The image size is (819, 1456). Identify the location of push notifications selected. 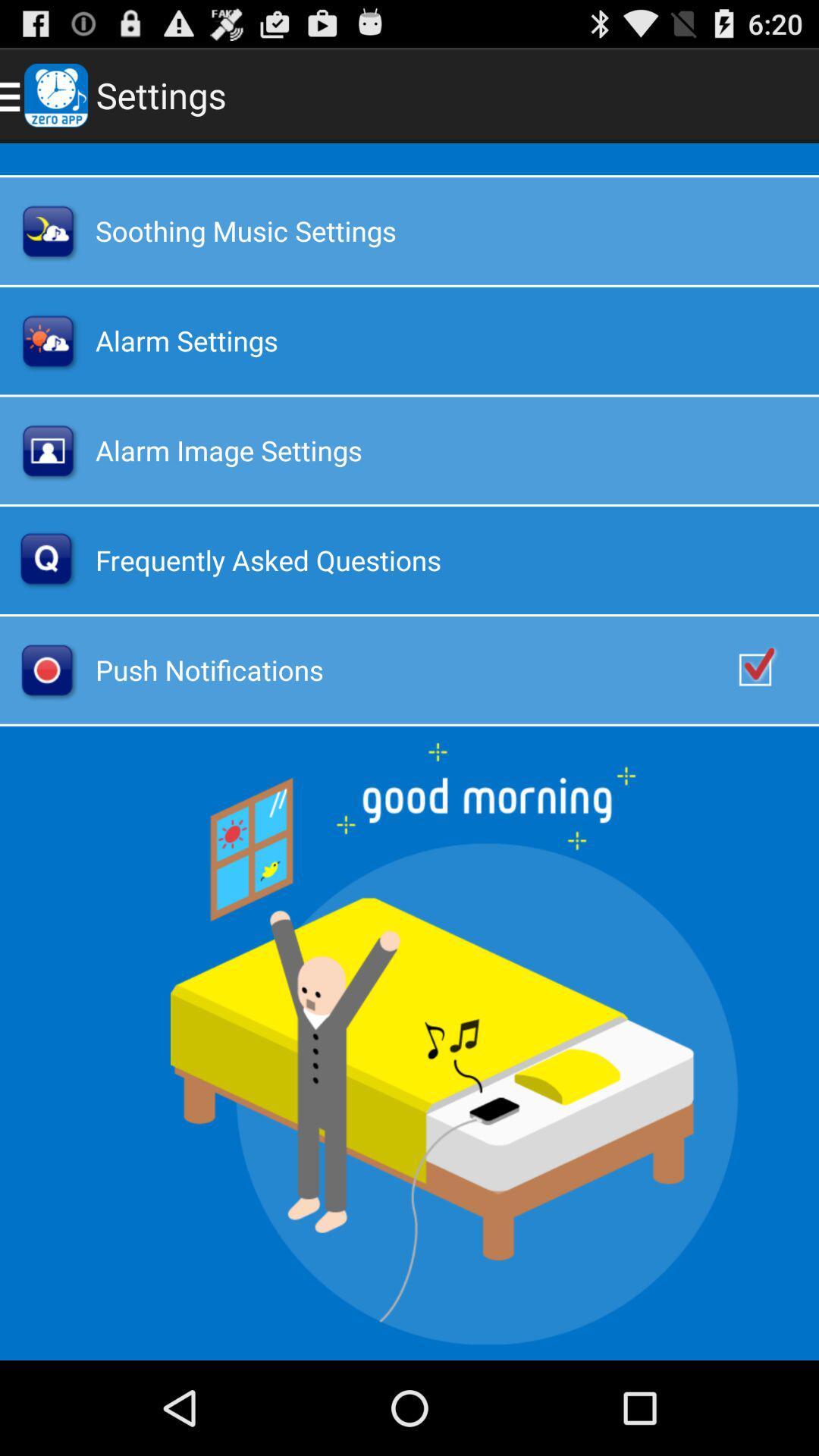
(771, 669).